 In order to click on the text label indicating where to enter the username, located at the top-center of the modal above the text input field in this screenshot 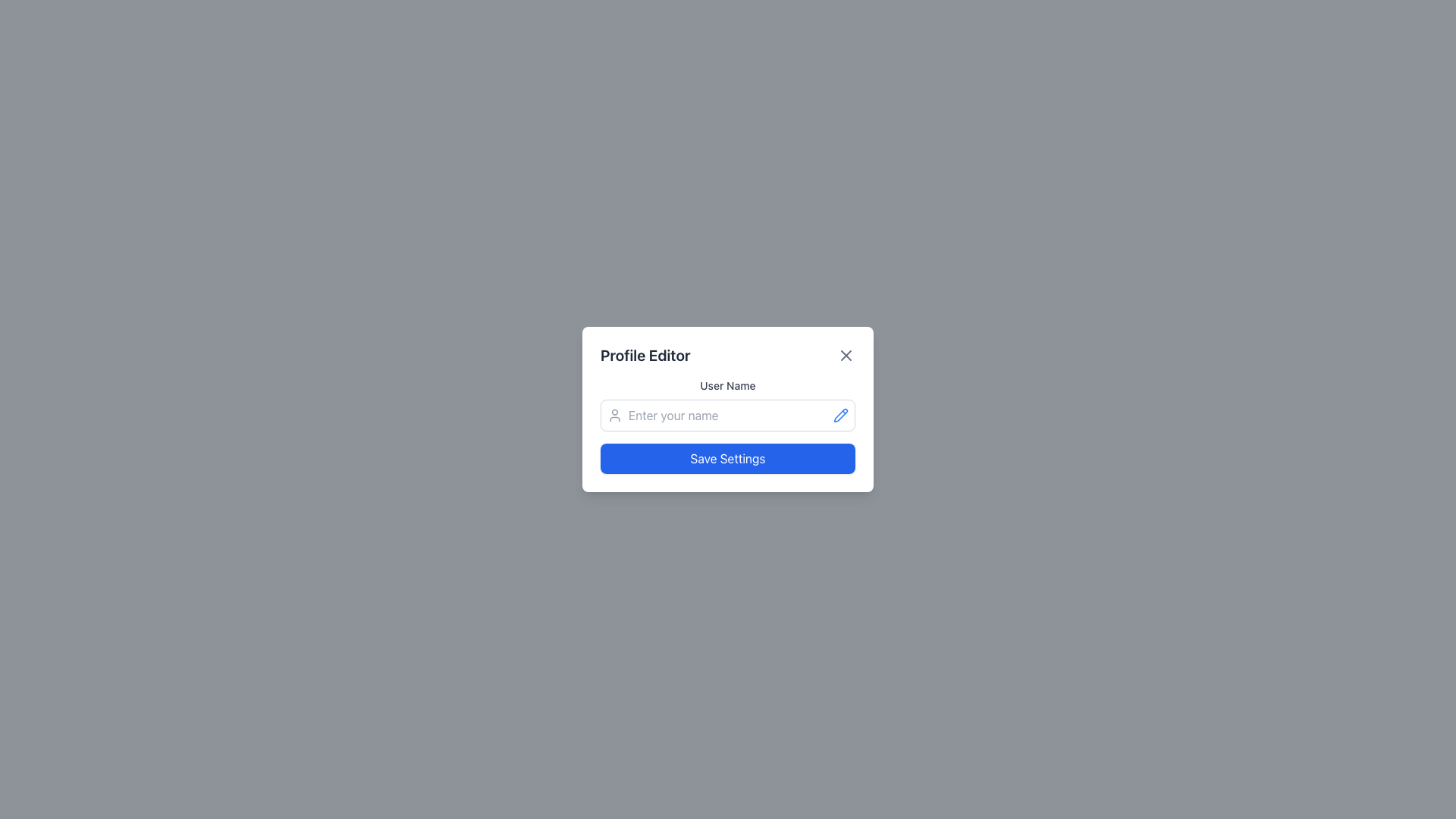, I will do `click(728, 385)`.